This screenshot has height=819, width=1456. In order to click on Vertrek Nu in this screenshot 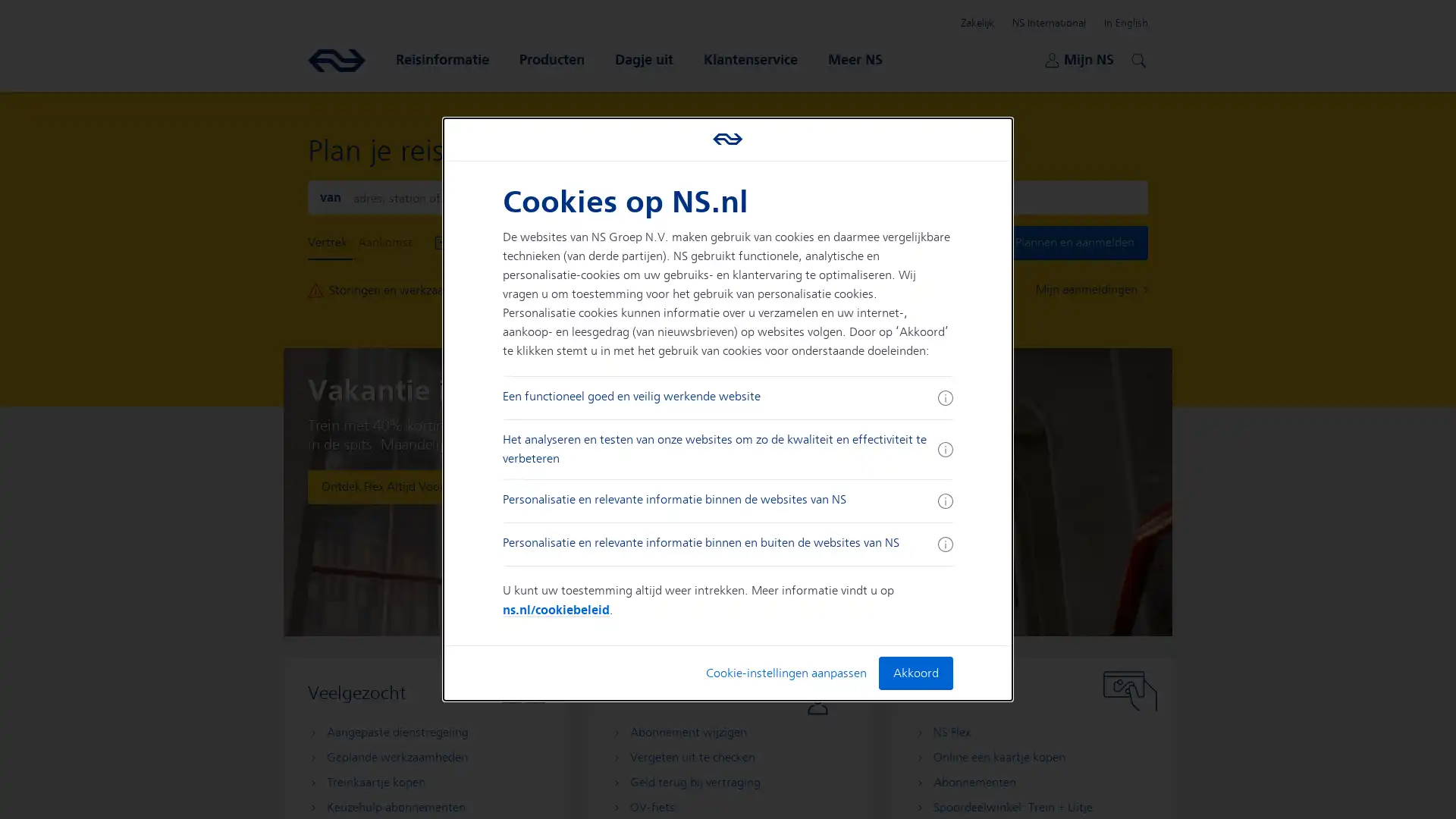, I will do `click(629, 242)`.